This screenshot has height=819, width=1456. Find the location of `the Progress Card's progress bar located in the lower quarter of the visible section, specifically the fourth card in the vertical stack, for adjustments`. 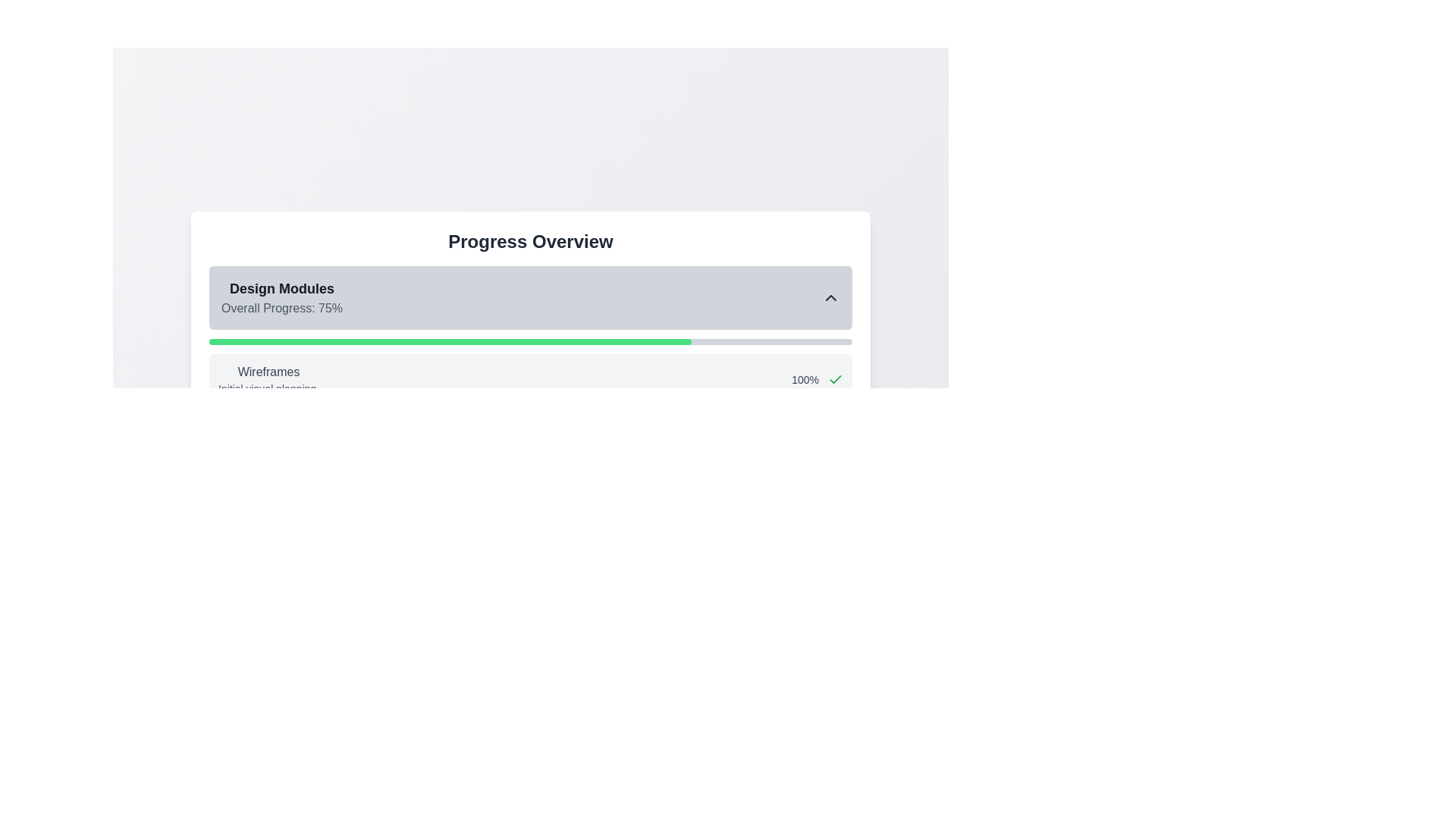

the Progress Card's progress bar located in the lower quarter of the visible section, specifically the fourth card in the vertical stack, for adjustments is located at coordinates (531, 573).